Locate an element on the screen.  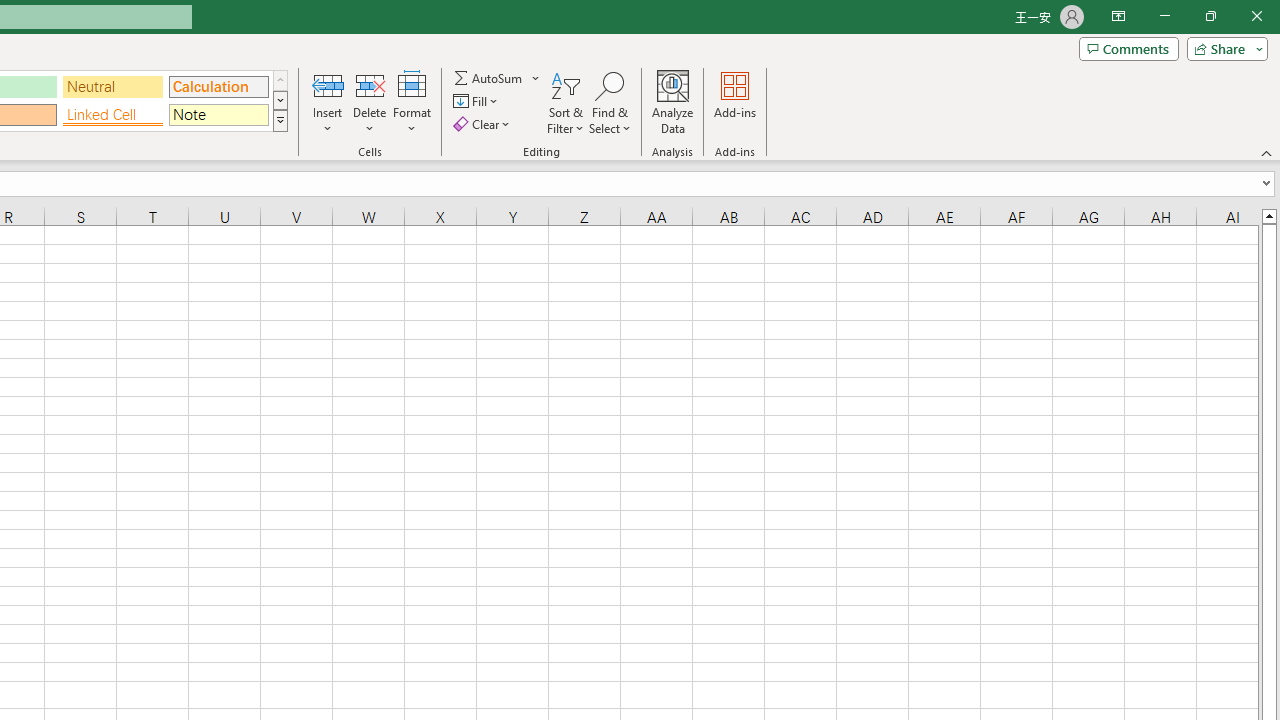
'Delete Cells...' is located at coordinates (369, 84).